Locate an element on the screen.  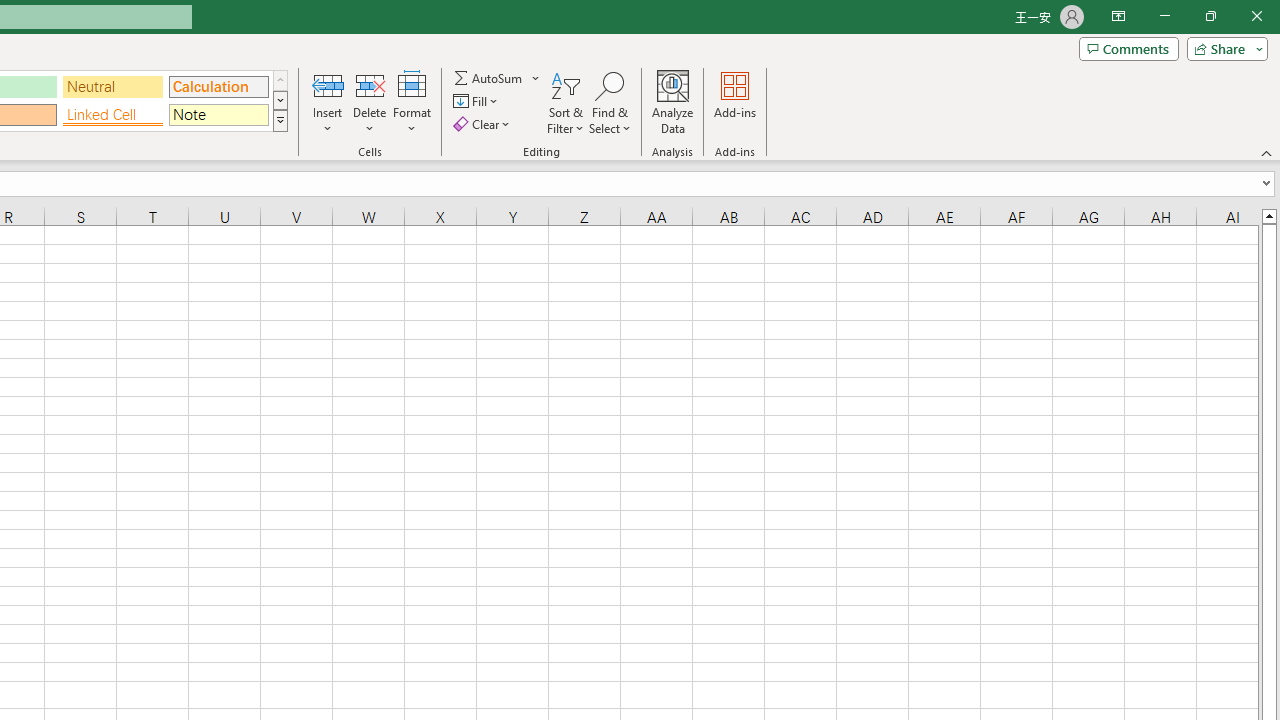
'Delete Cells...' is located at coordinates (369, 84).